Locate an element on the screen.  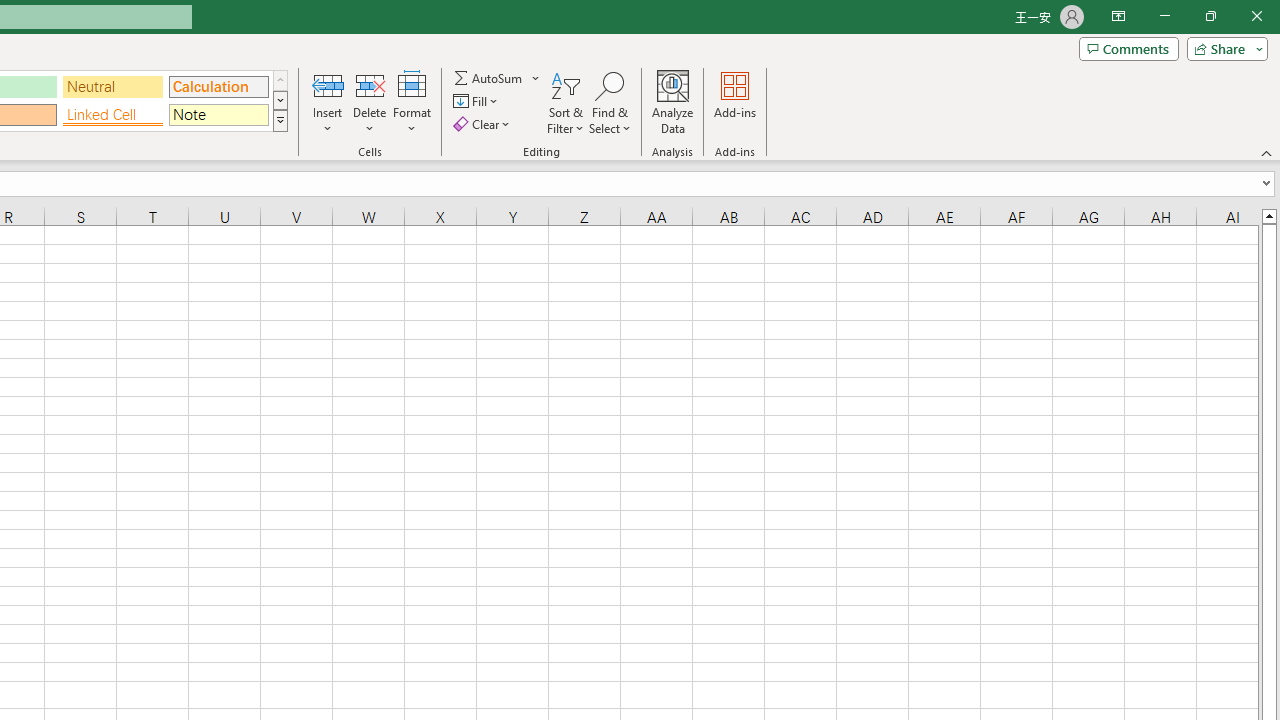
'Delete Cells...' is located at coordinates (369, 84).